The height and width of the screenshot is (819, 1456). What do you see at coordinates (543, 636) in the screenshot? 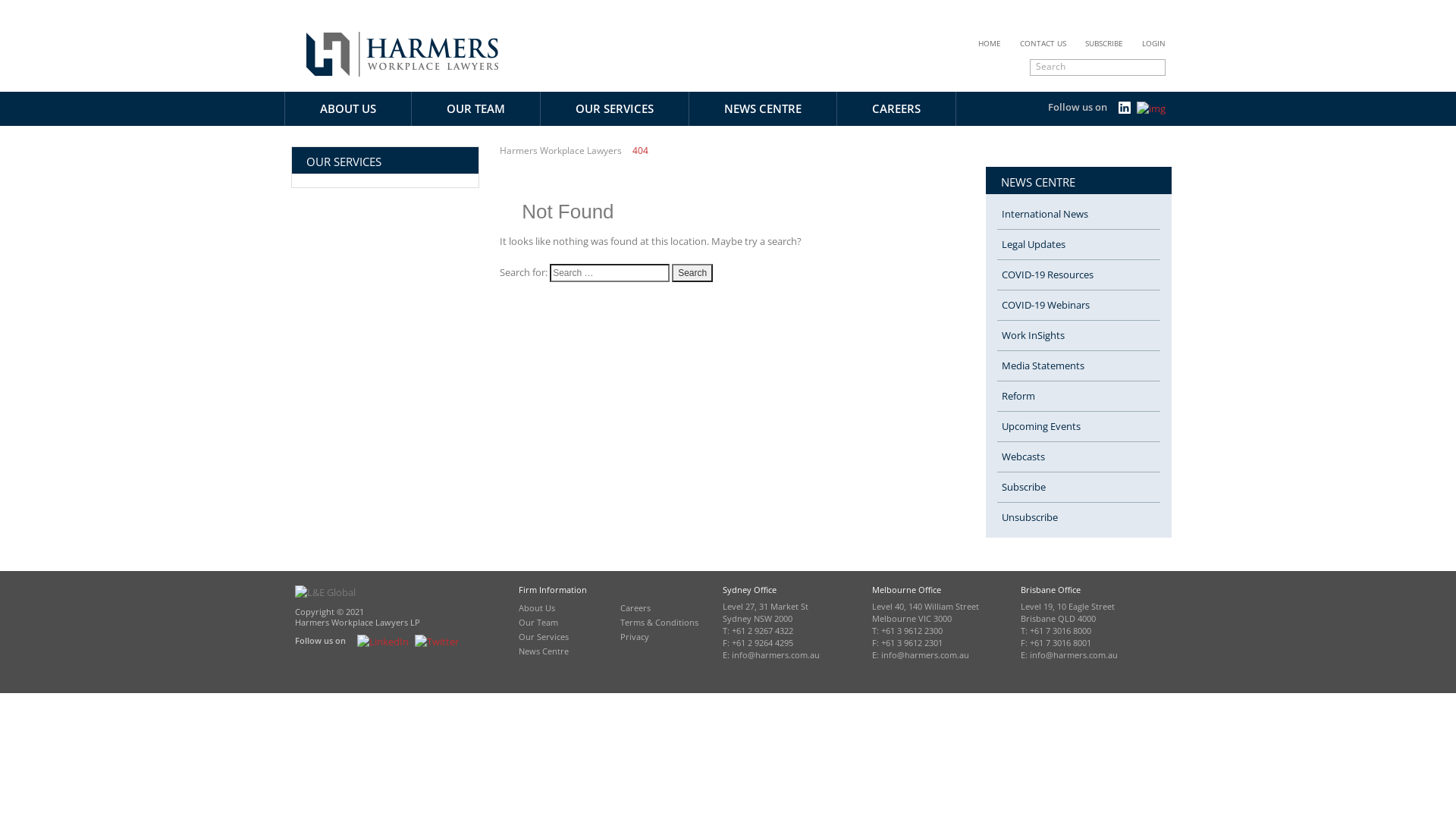
I see `'Our Services'` at bounding box center [543, 636].